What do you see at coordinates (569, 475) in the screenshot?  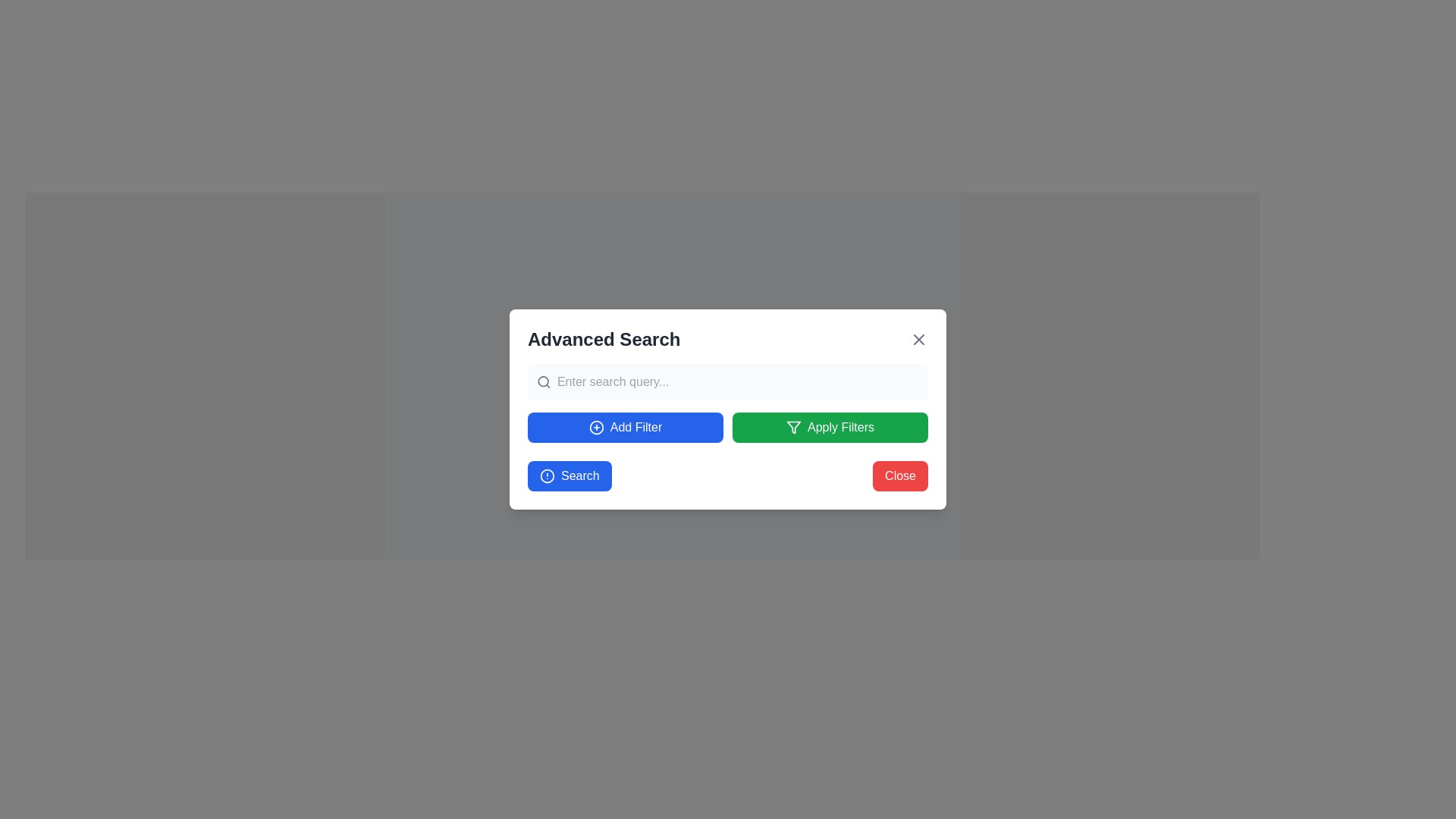 I see `the 'Search' button located at the bottom left corner of the dialog box to initiate a search operation` at bounding box center [569, 475].